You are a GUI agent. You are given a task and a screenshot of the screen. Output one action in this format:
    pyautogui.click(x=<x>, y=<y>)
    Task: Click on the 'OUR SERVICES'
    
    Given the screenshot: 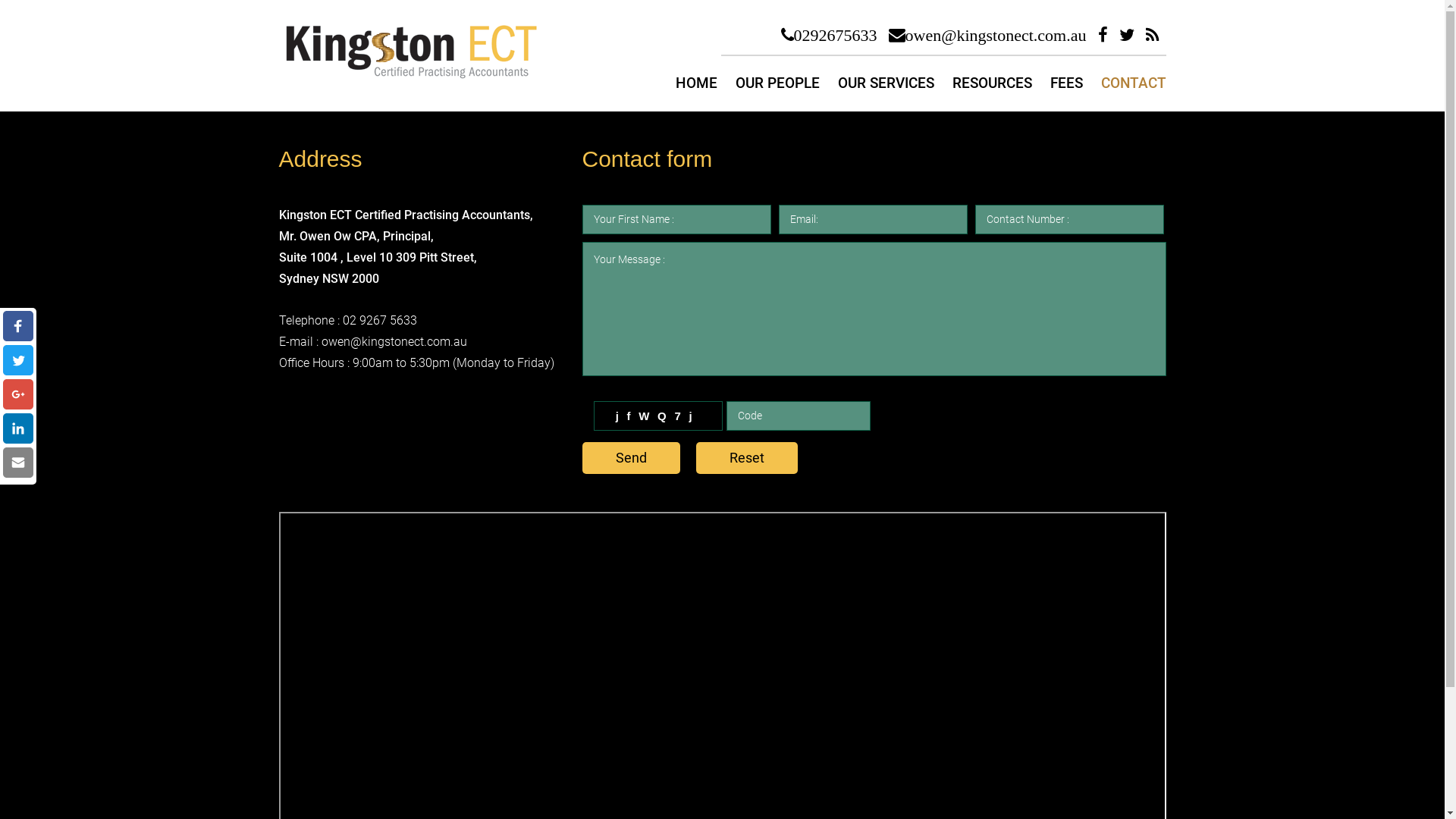 What is the action you would take?
    pyautogui.click(x=885, y=83)
    